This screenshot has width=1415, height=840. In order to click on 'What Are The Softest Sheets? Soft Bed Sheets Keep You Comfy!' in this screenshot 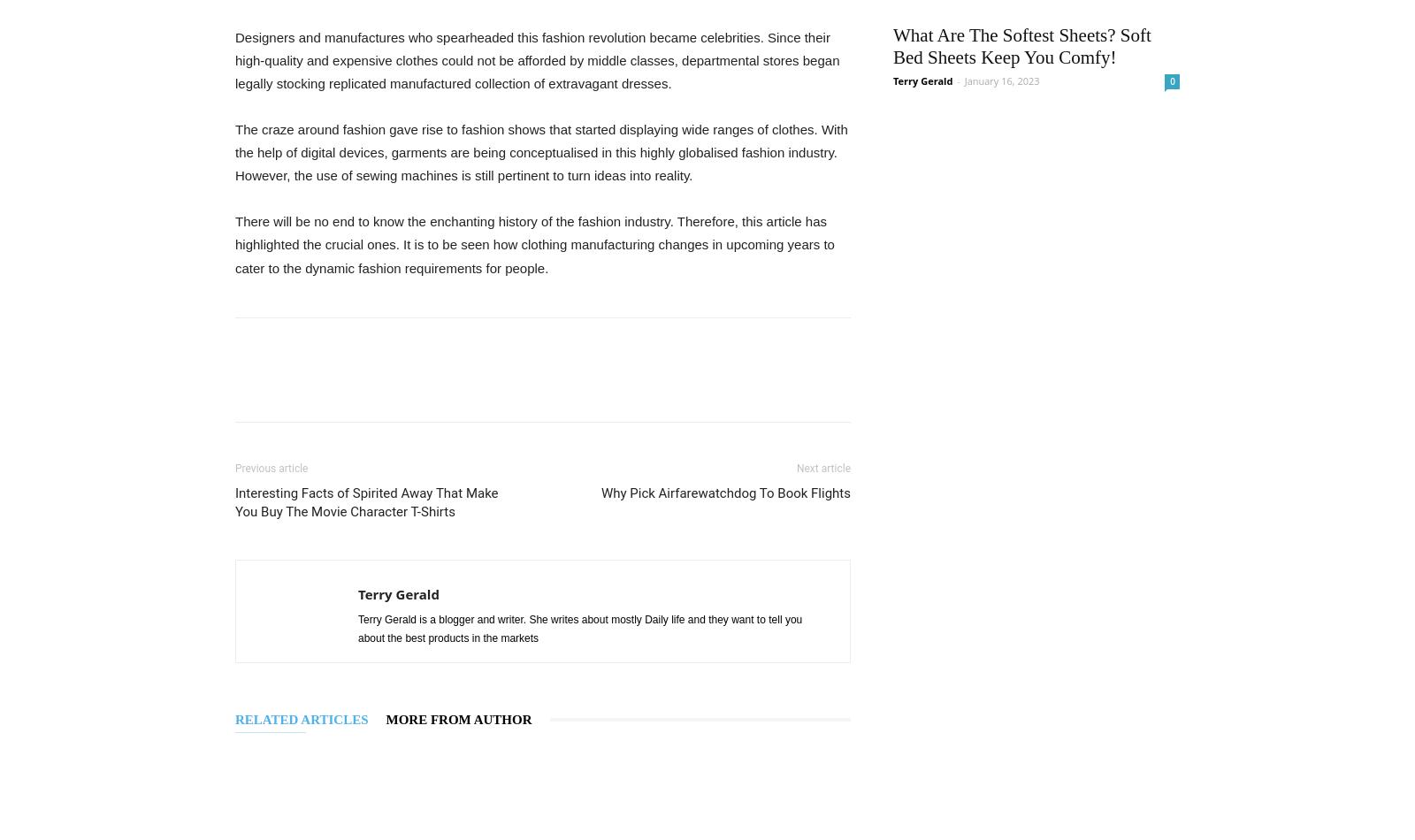, I will do `click(1021, 46)`.